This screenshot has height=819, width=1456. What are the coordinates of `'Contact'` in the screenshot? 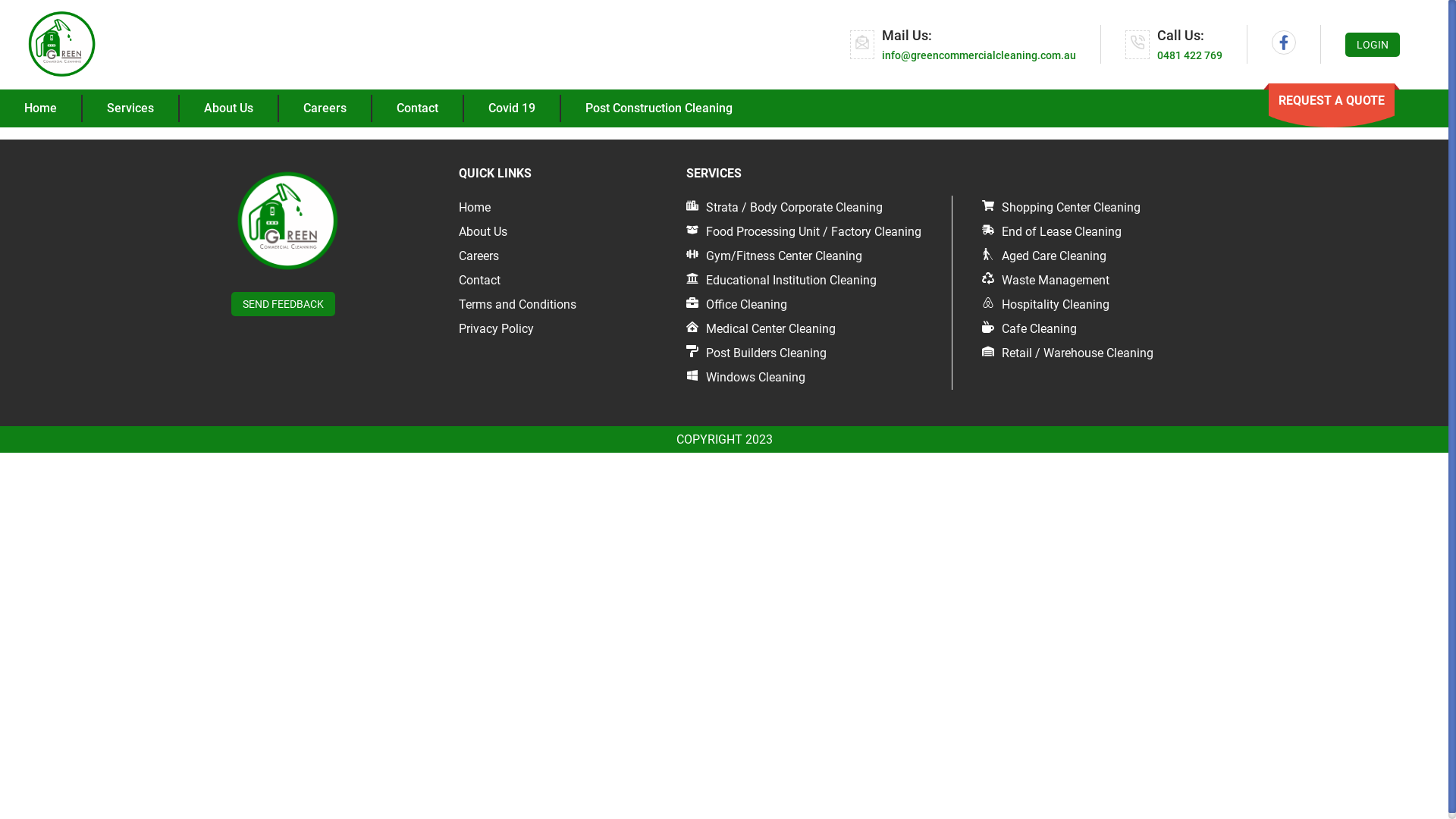 It's located at (479, 280).